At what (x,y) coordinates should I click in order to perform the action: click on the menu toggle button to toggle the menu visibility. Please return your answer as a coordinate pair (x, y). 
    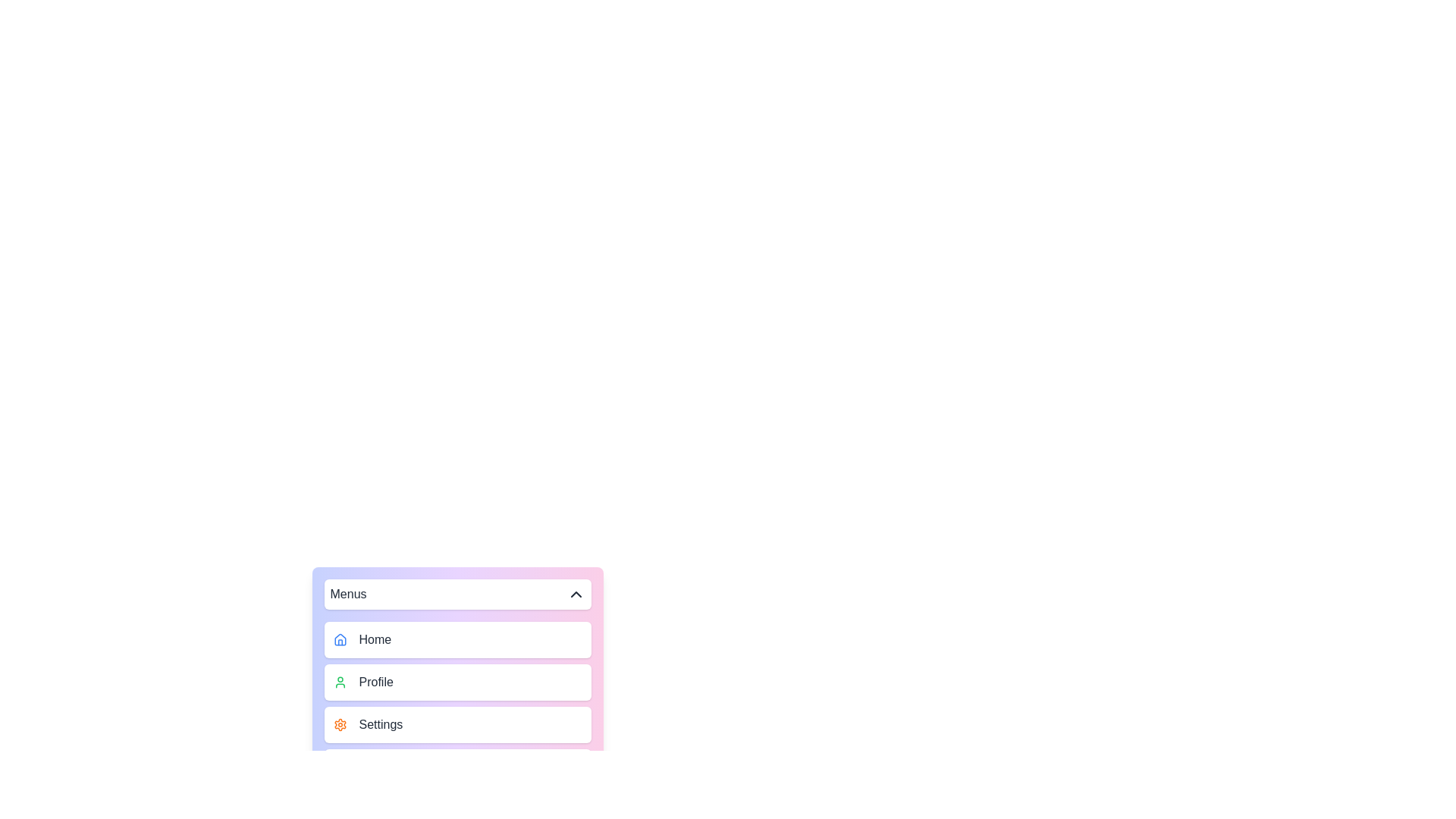
    Looking at the image, I should click on (457, 593).